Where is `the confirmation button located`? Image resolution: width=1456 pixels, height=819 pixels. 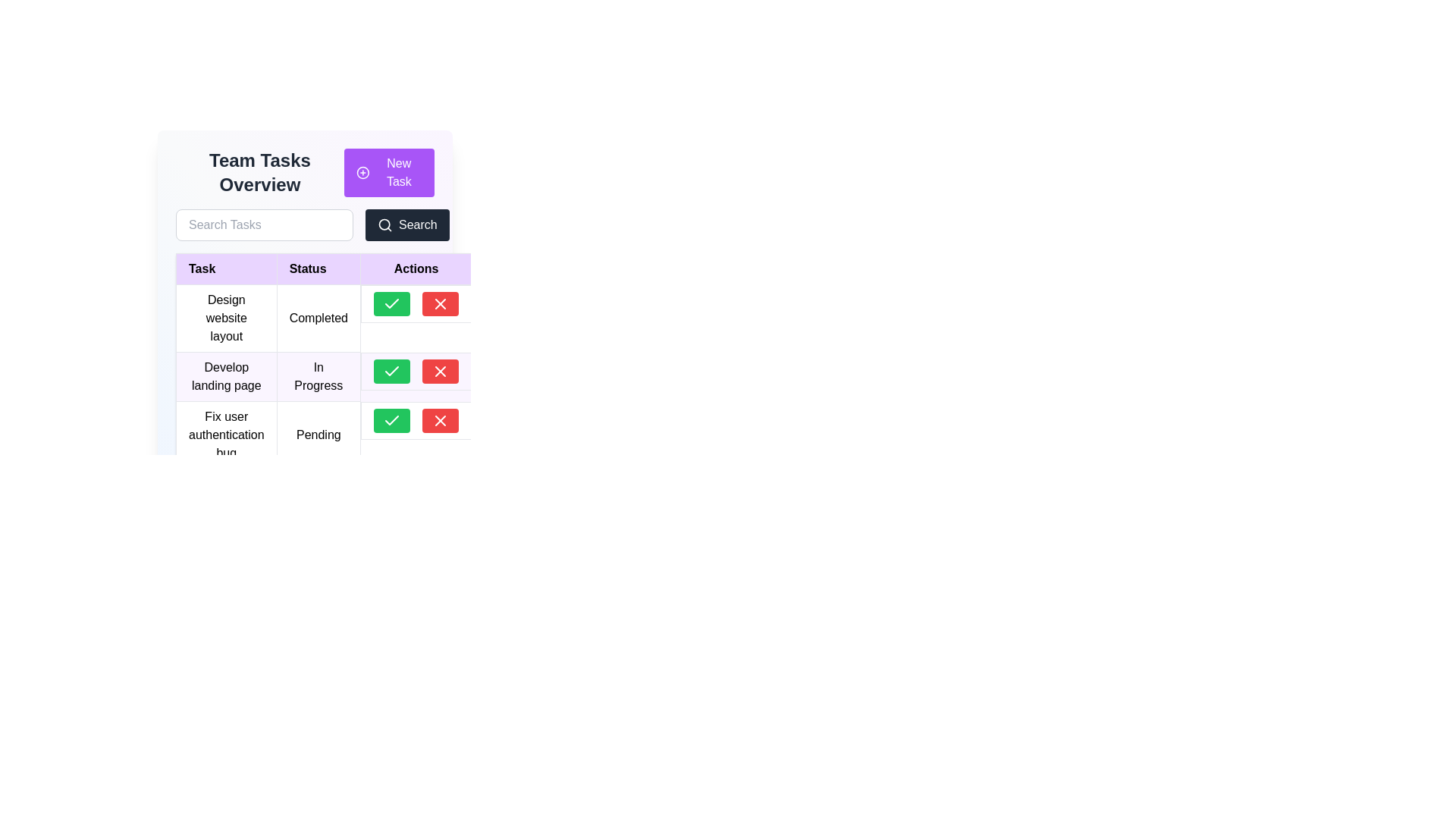
the confirmation button located is located at coordinates (392, 420).